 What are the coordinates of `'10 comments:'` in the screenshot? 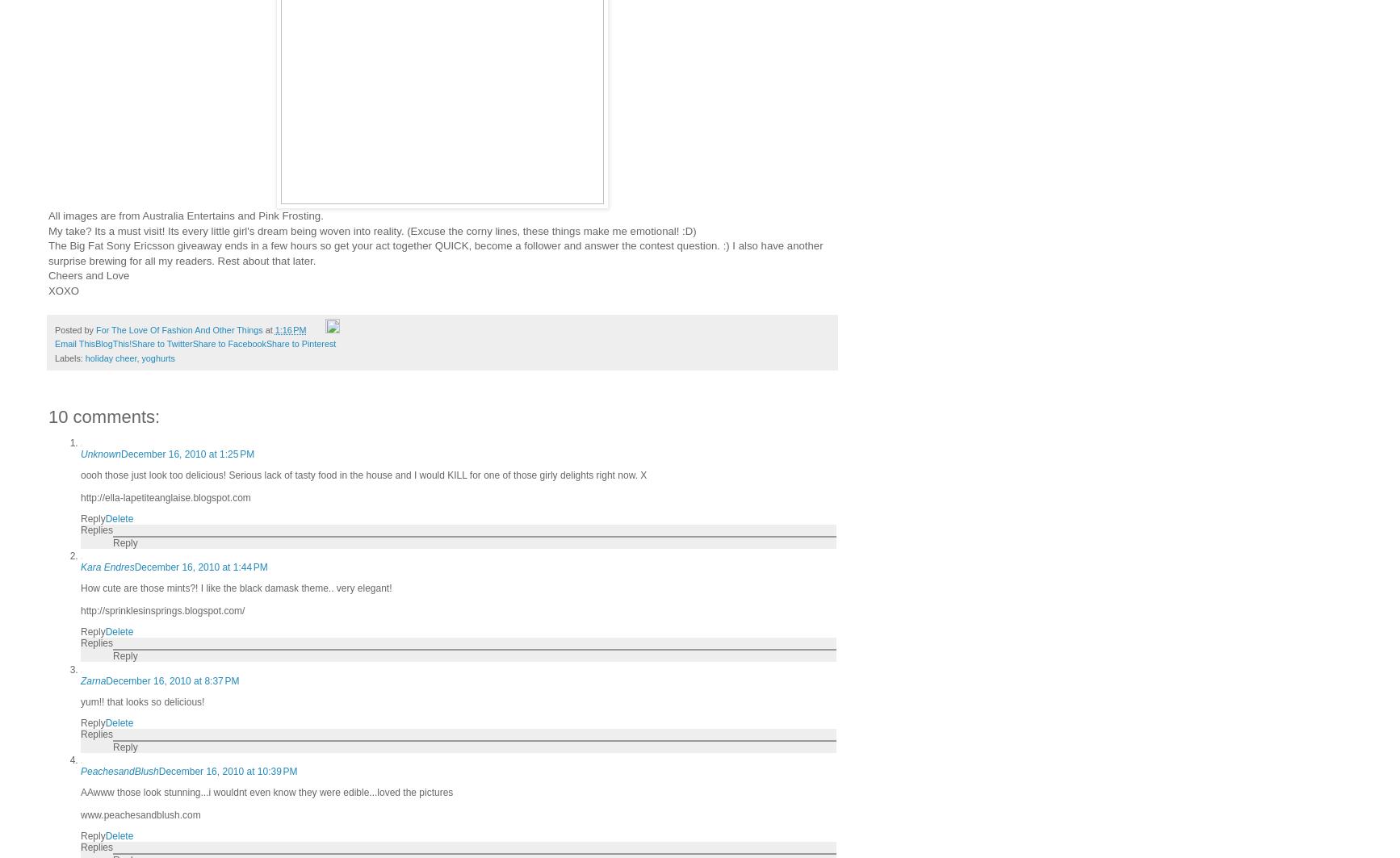 It's located at (104, 416).